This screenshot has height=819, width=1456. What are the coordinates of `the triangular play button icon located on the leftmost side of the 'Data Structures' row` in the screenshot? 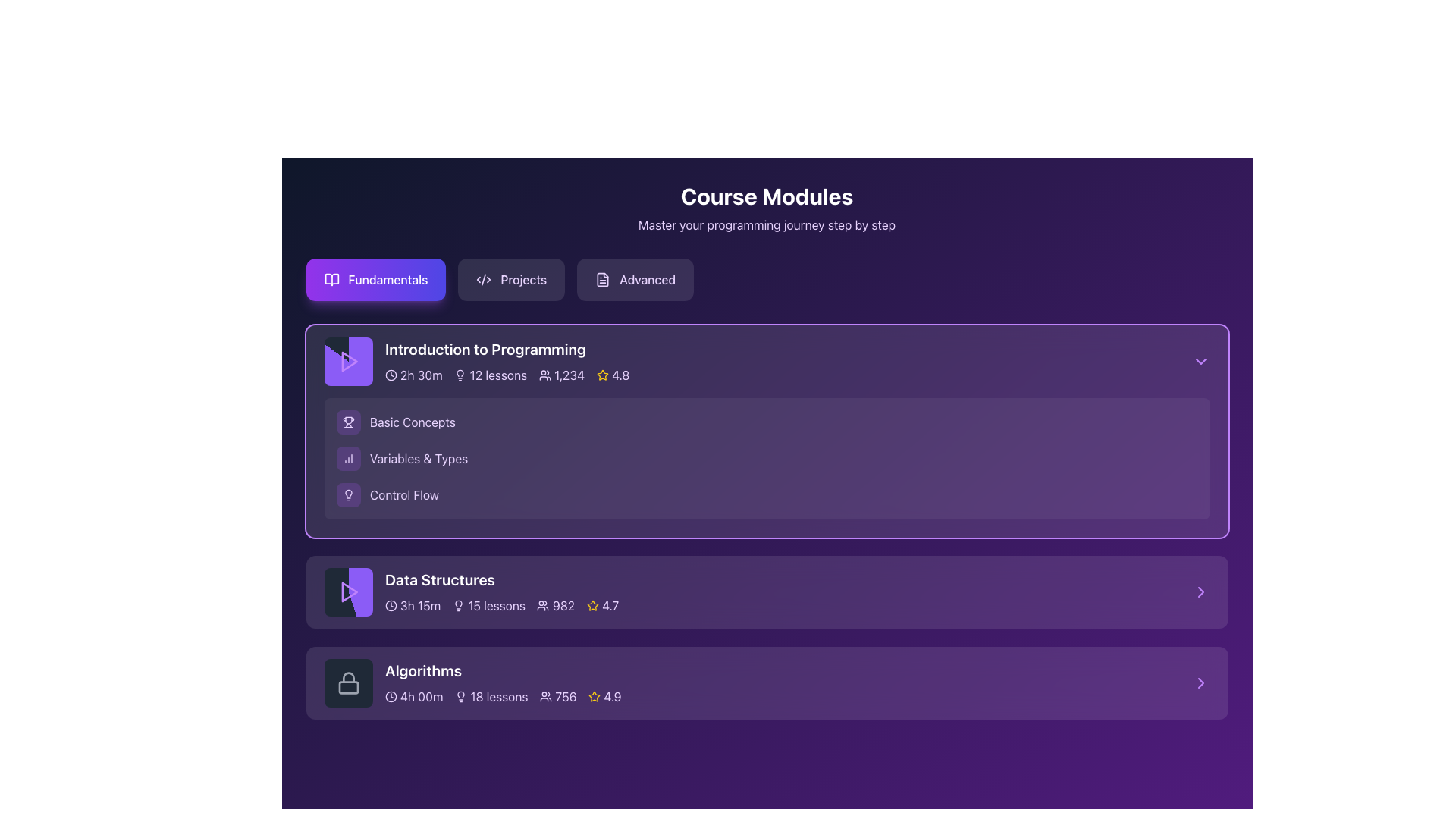 It's located at (347, 591).